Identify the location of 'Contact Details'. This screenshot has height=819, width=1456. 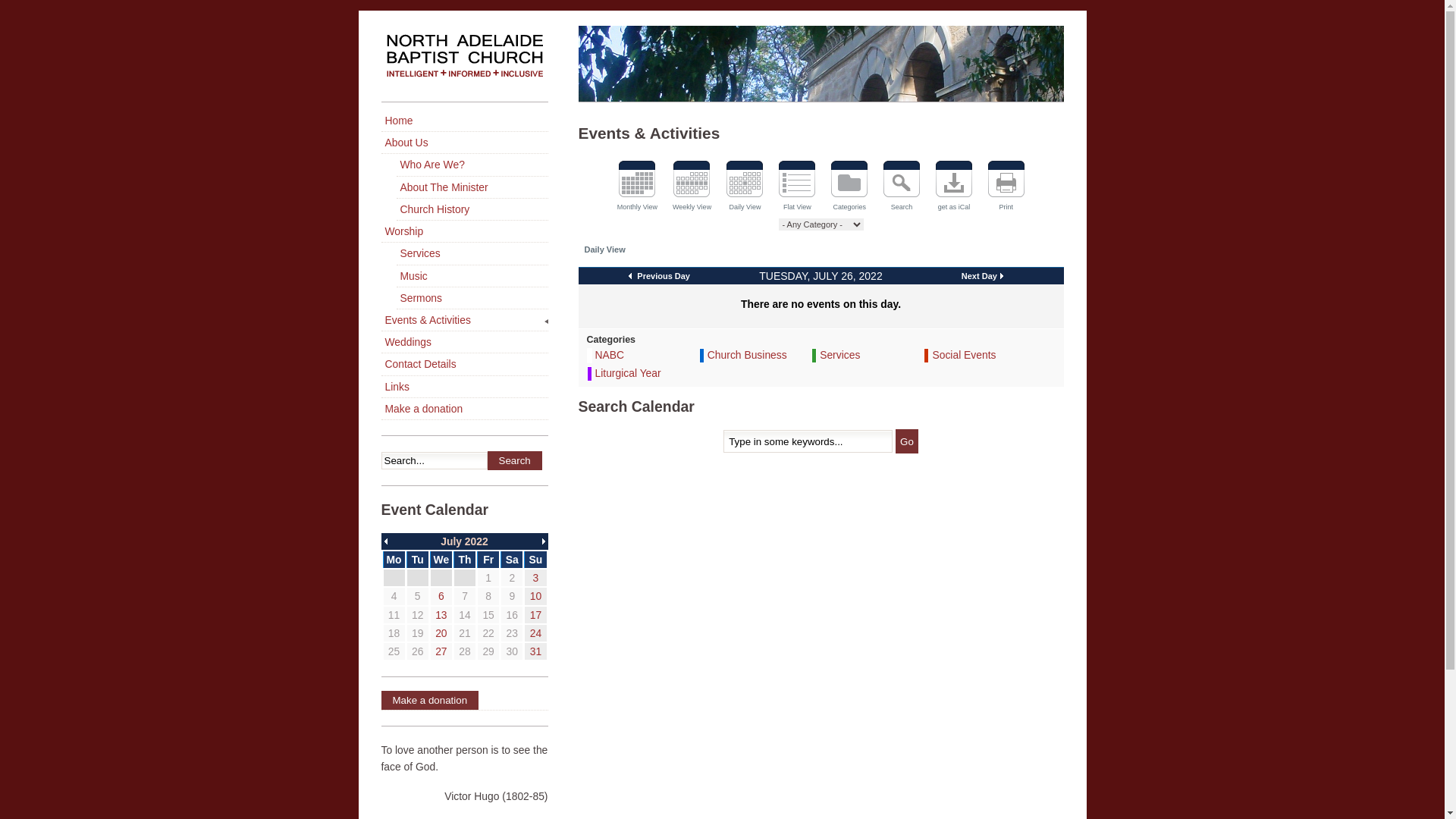
(463, 364).